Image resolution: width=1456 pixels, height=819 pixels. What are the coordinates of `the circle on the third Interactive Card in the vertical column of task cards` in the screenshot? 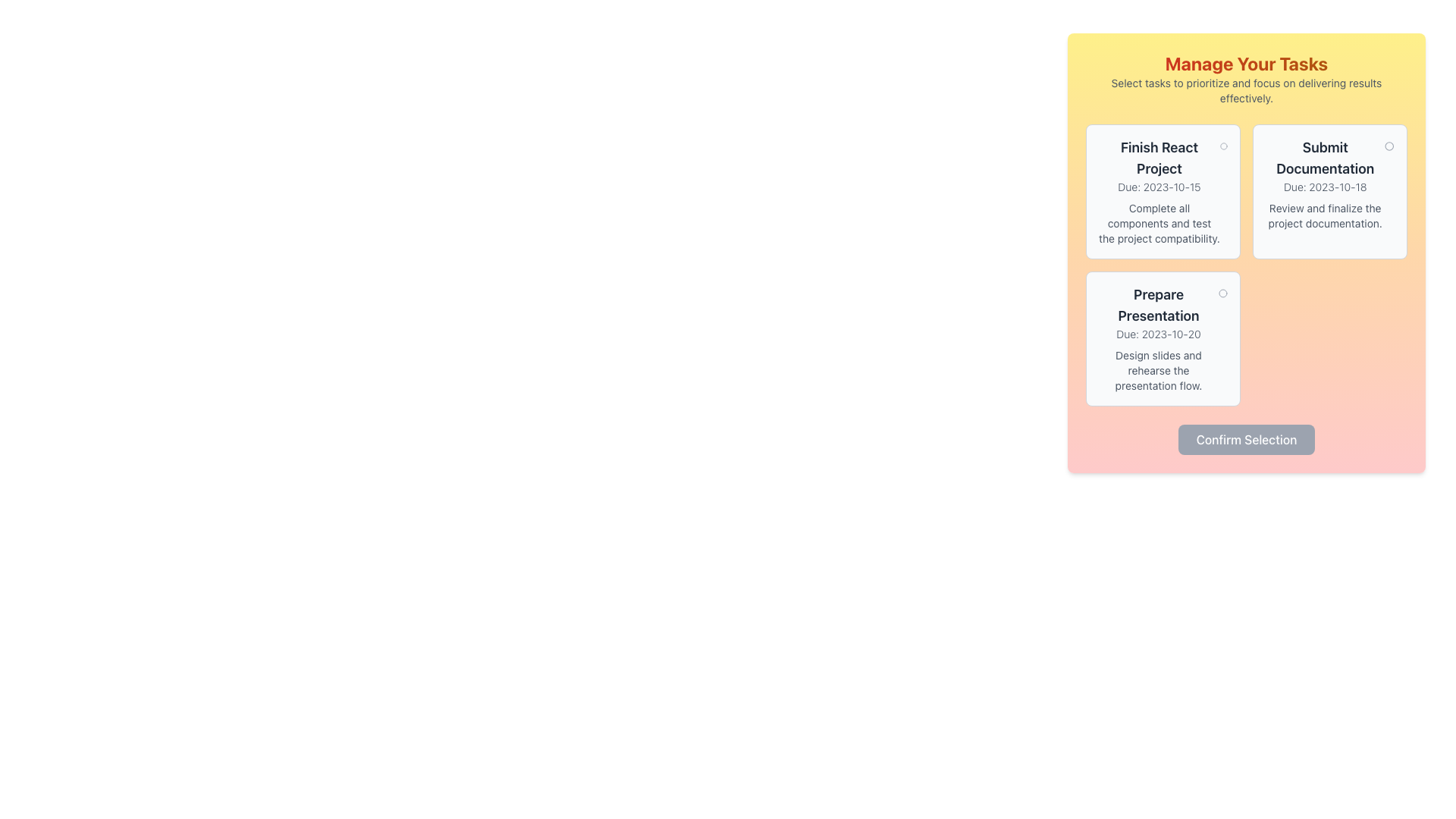 It's located at (1163, 338).